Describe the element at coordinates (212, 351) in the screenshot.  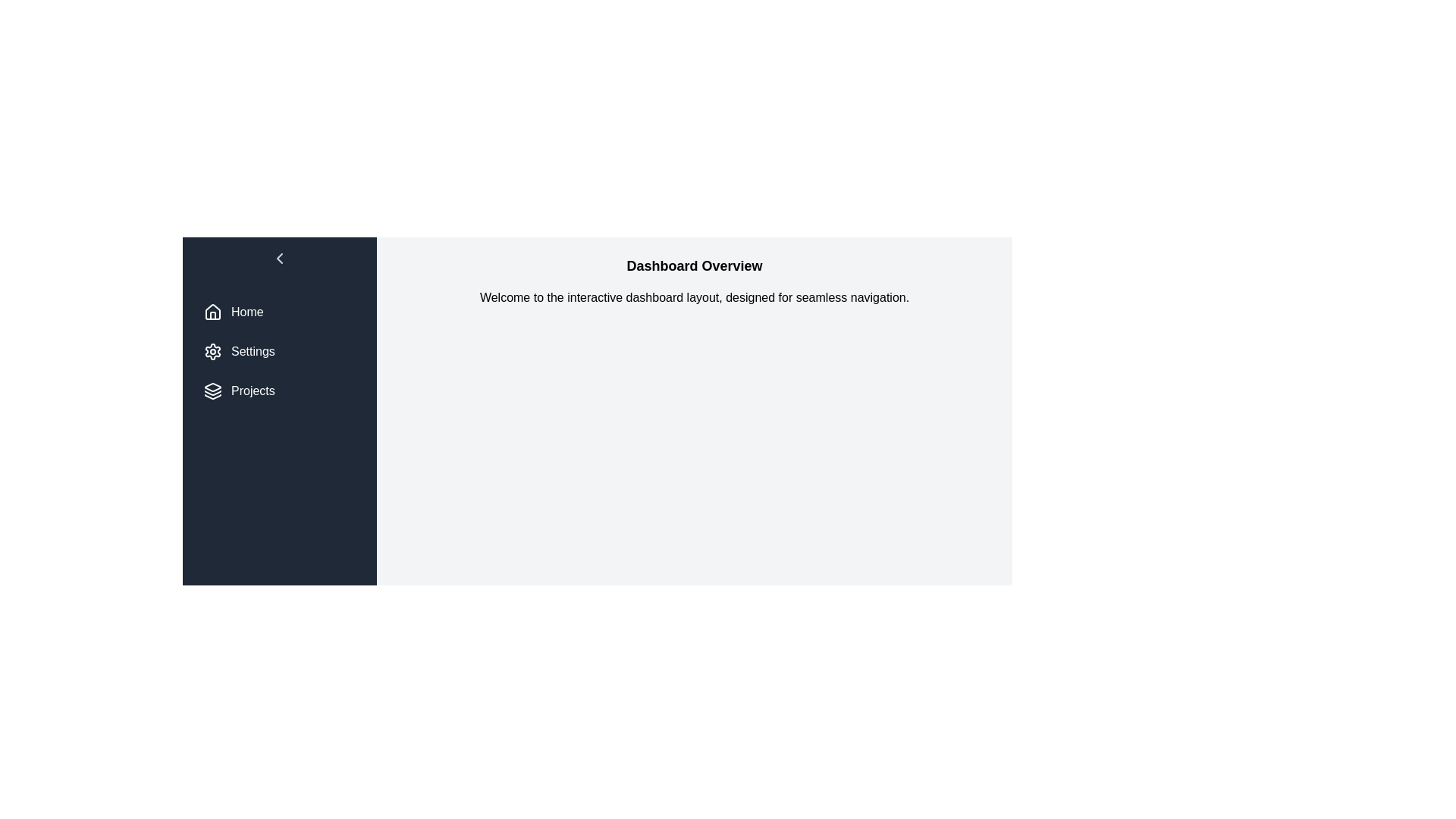
I see `the settings icon, which is a gear-shaped icon located to the left of the 'Settings' text label in the navigation menu` at that location.